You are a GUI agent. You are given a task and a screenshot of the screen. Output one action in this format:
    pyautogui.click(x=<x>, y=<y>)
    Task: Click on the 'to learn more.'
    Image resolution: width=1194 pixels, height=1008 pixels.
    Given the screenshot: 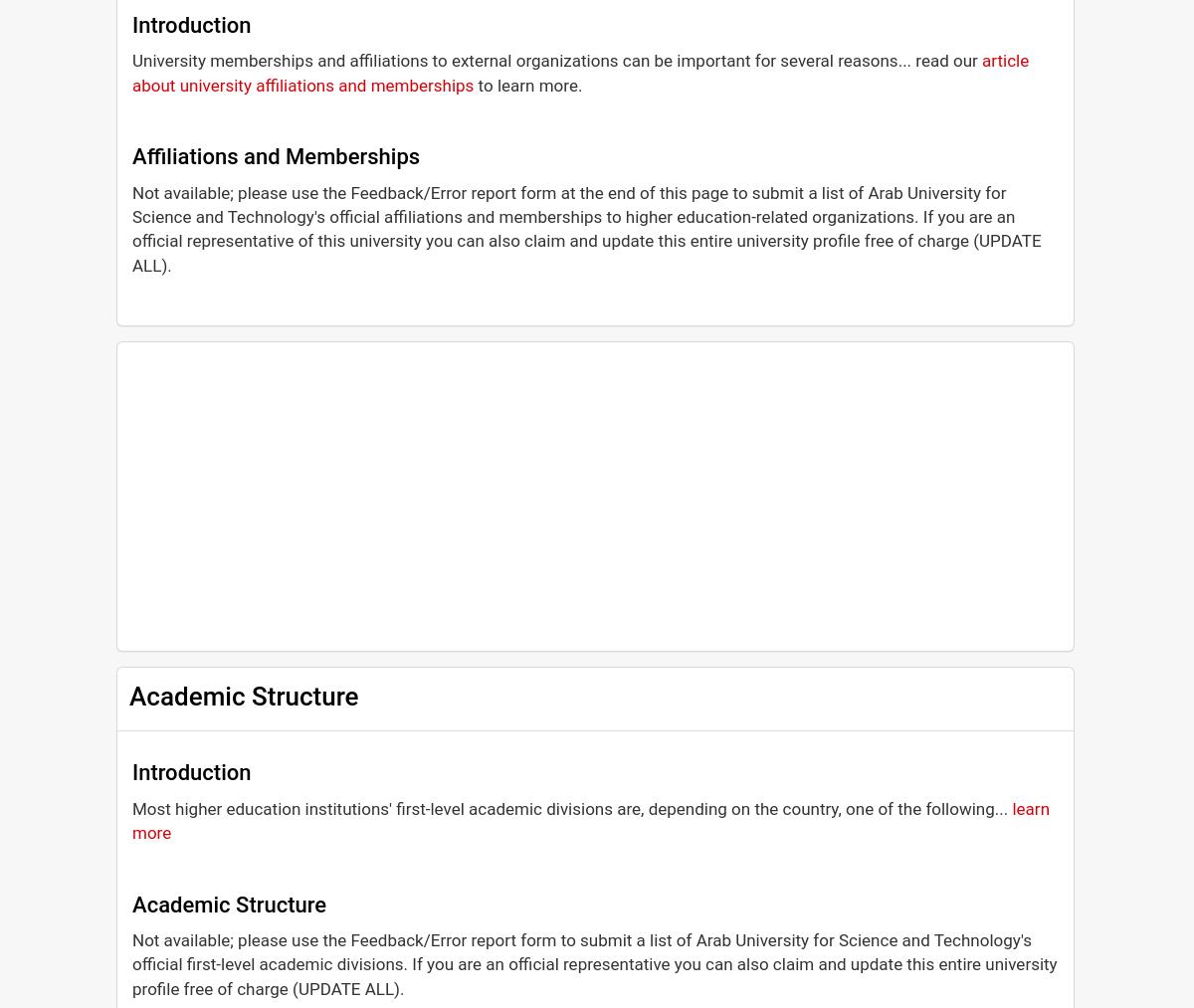 What is the action you would take?
    pyautogui.click(x=526, y=83)
    